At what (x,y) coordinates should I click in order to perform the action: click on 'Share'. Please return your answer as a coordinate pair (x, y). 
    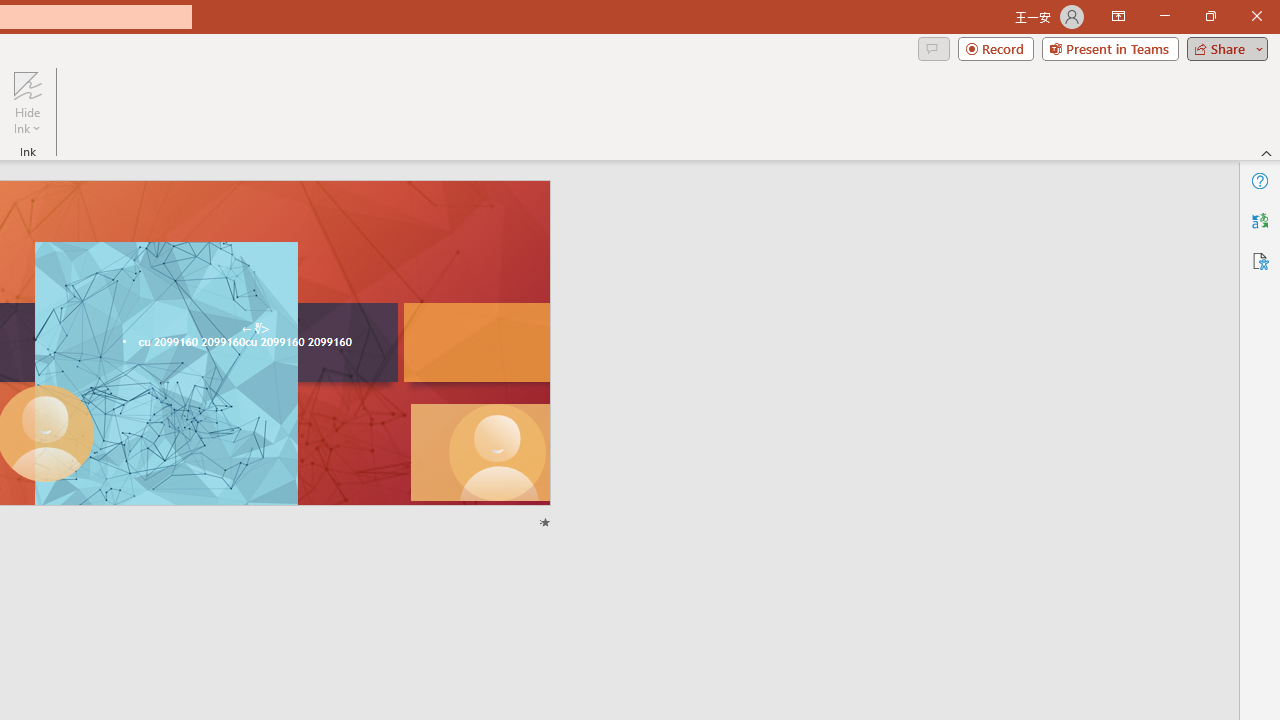
    Looking at the image, I should click on (1222, 47).